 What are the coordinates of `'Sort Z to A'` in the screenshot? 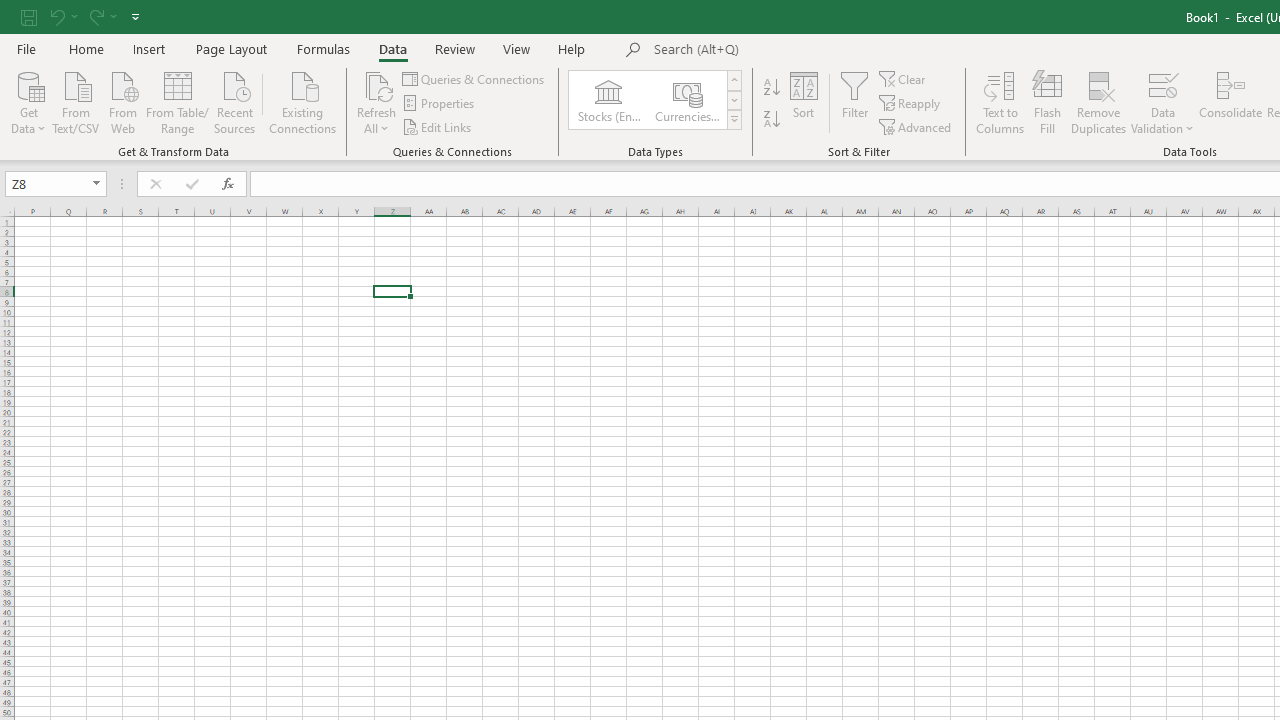 It's located at (771, 119).